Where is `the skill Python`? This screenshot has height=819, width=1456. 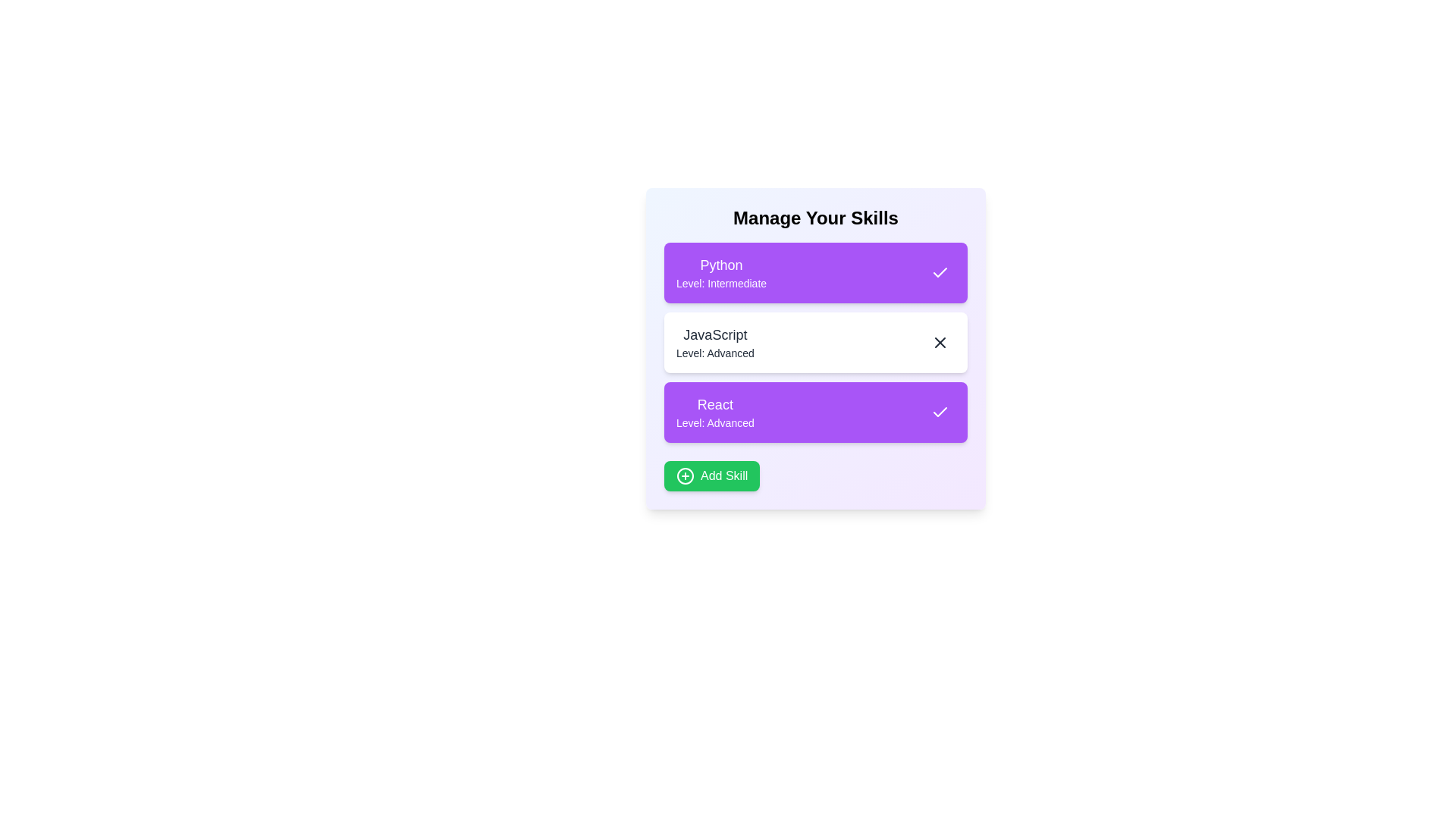
the skill Python is located at coordinates (939, 271).